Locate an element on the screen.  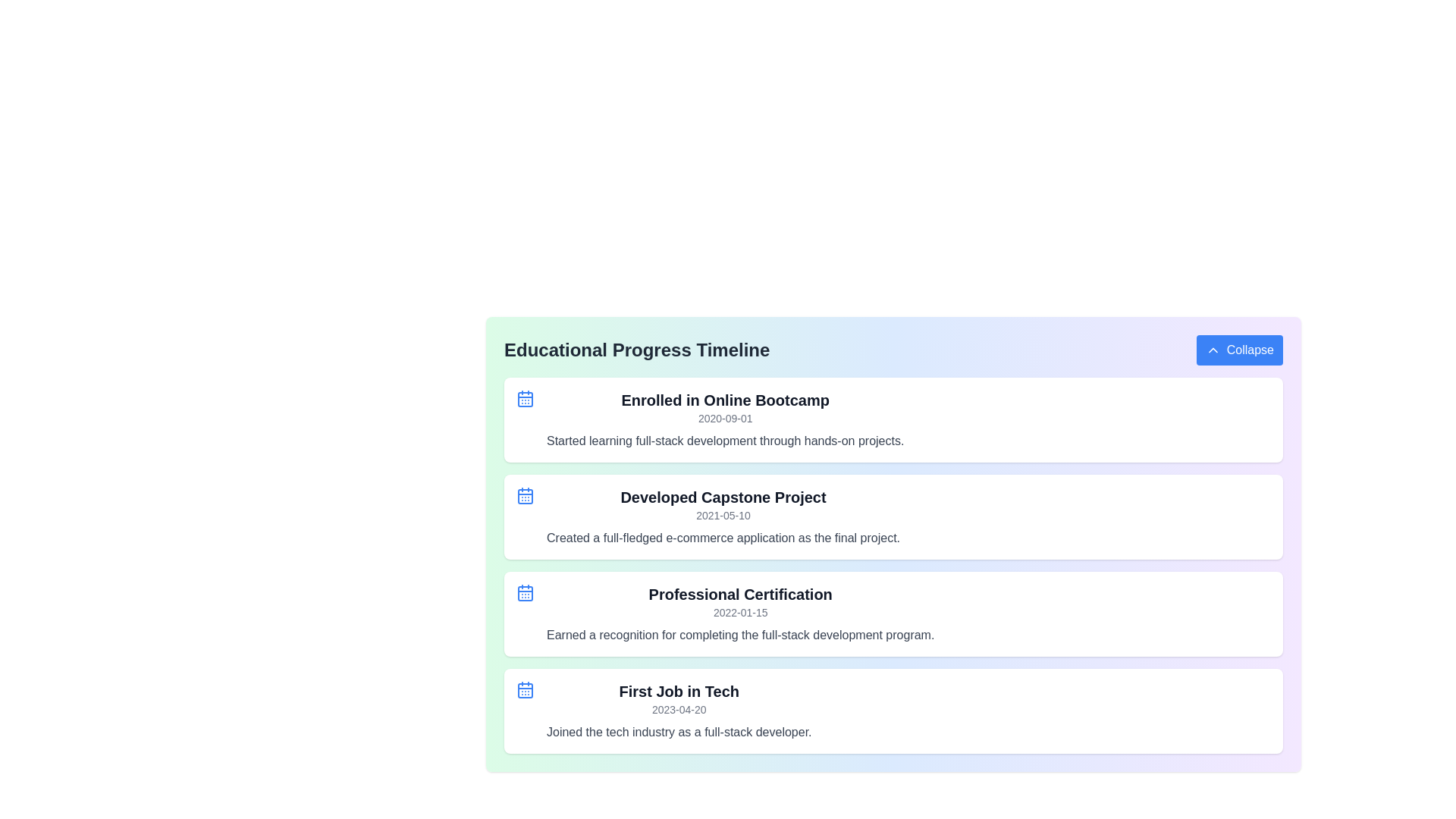
the text describing the capstone project located within the 'Developed Capstone Project' section of the Educational Progress Timeline is located at coordinates (723, 537).